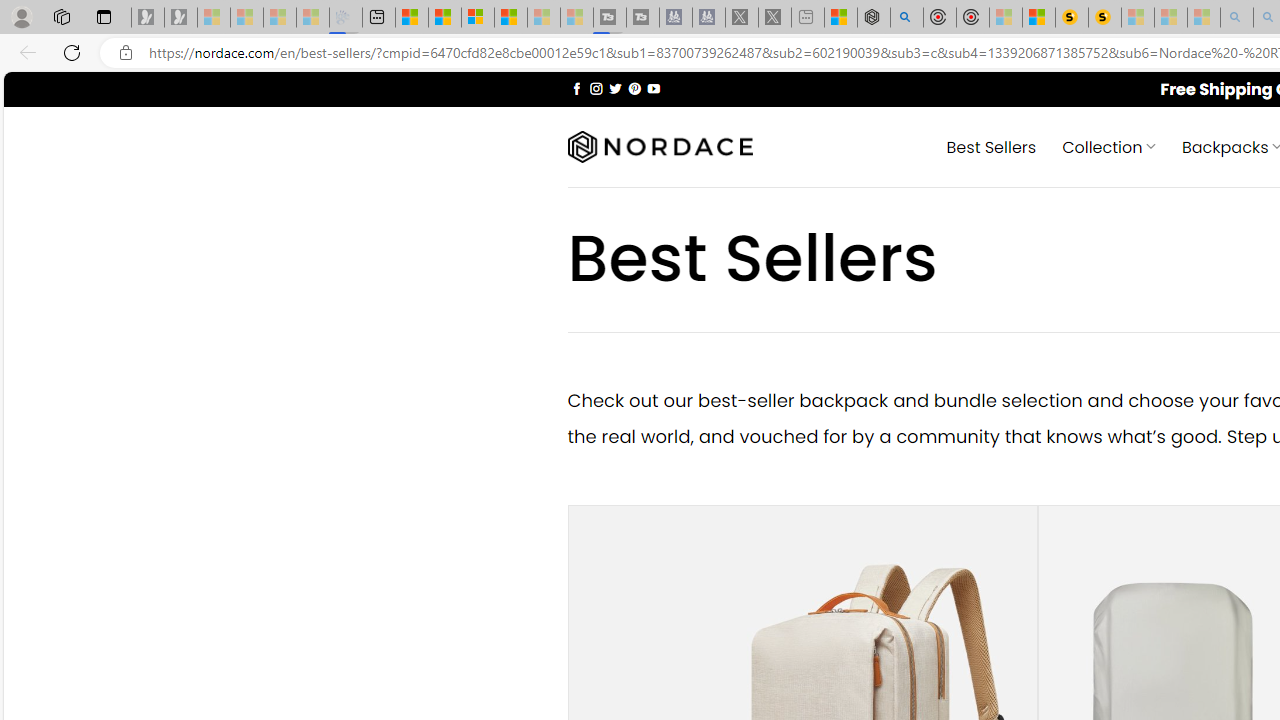 This screenshot has height=720, width=1280. What do you see at coordinates (633, 87) in the screenshot?
I see `'Follow on Pinterest'` at bounding box center [633, 87].